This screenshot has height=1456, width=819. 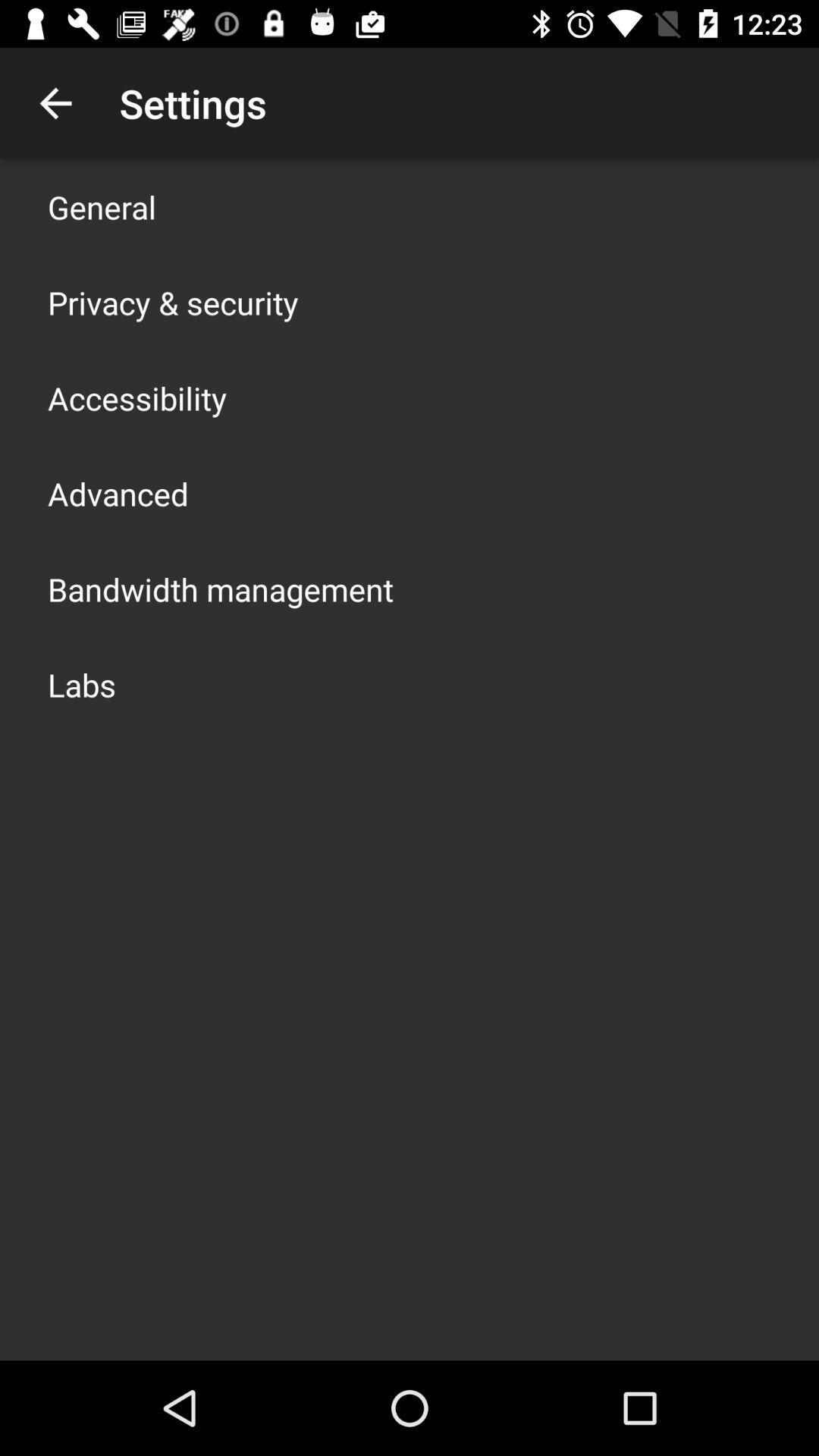 What do you see at coordinates (172, 302) in the screenshot?
I see `the privacy & security item` at bounding box center [172, 302].